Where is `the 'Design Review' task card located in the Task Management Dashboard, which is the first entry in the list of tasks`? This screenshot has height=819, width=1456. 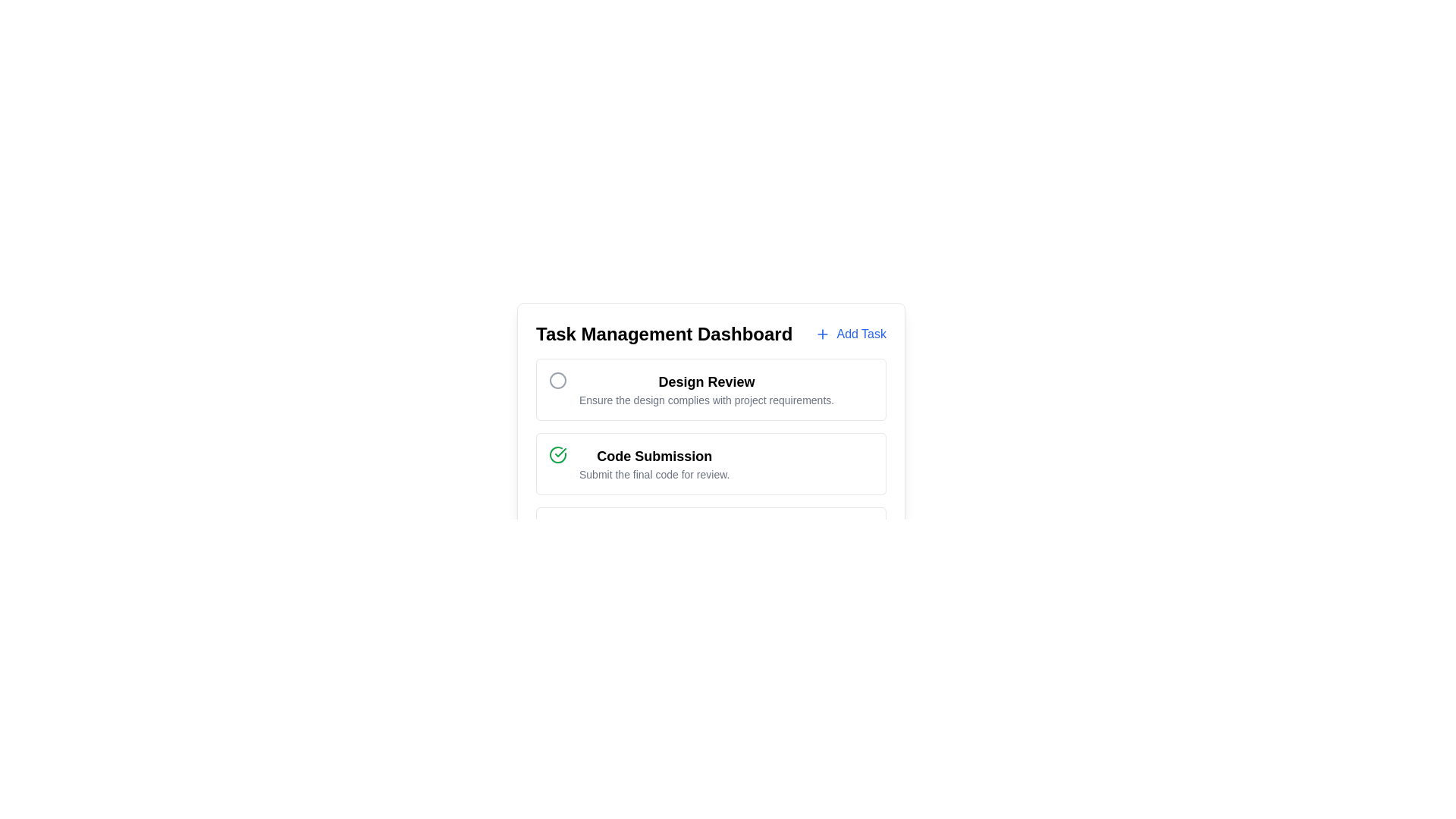 the 'Design Review' task card located in the Task Management Dashboard, which is the first entry in the list of tasks is located at coordinates (710, 388).